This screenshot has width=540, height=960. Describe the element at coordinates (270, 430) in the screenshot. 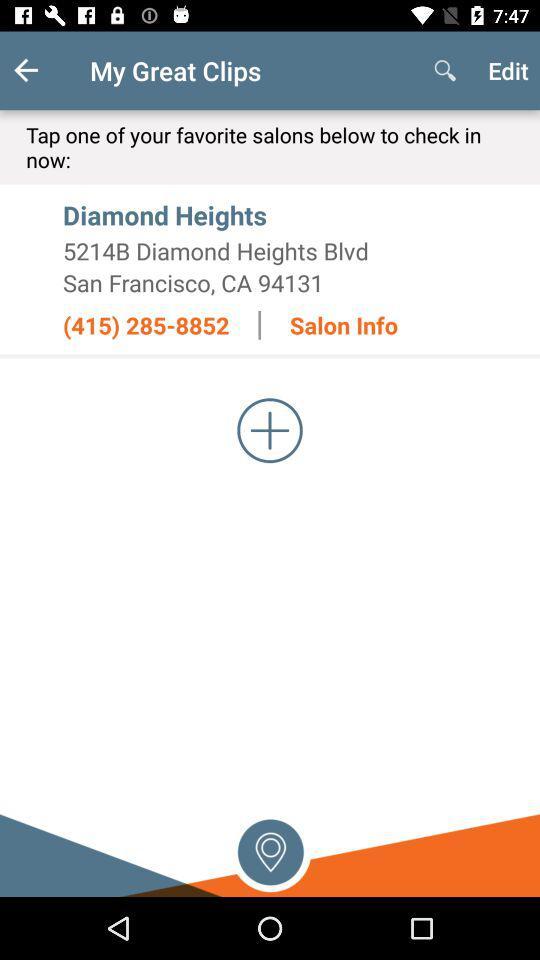

I see `the contact` at that location.